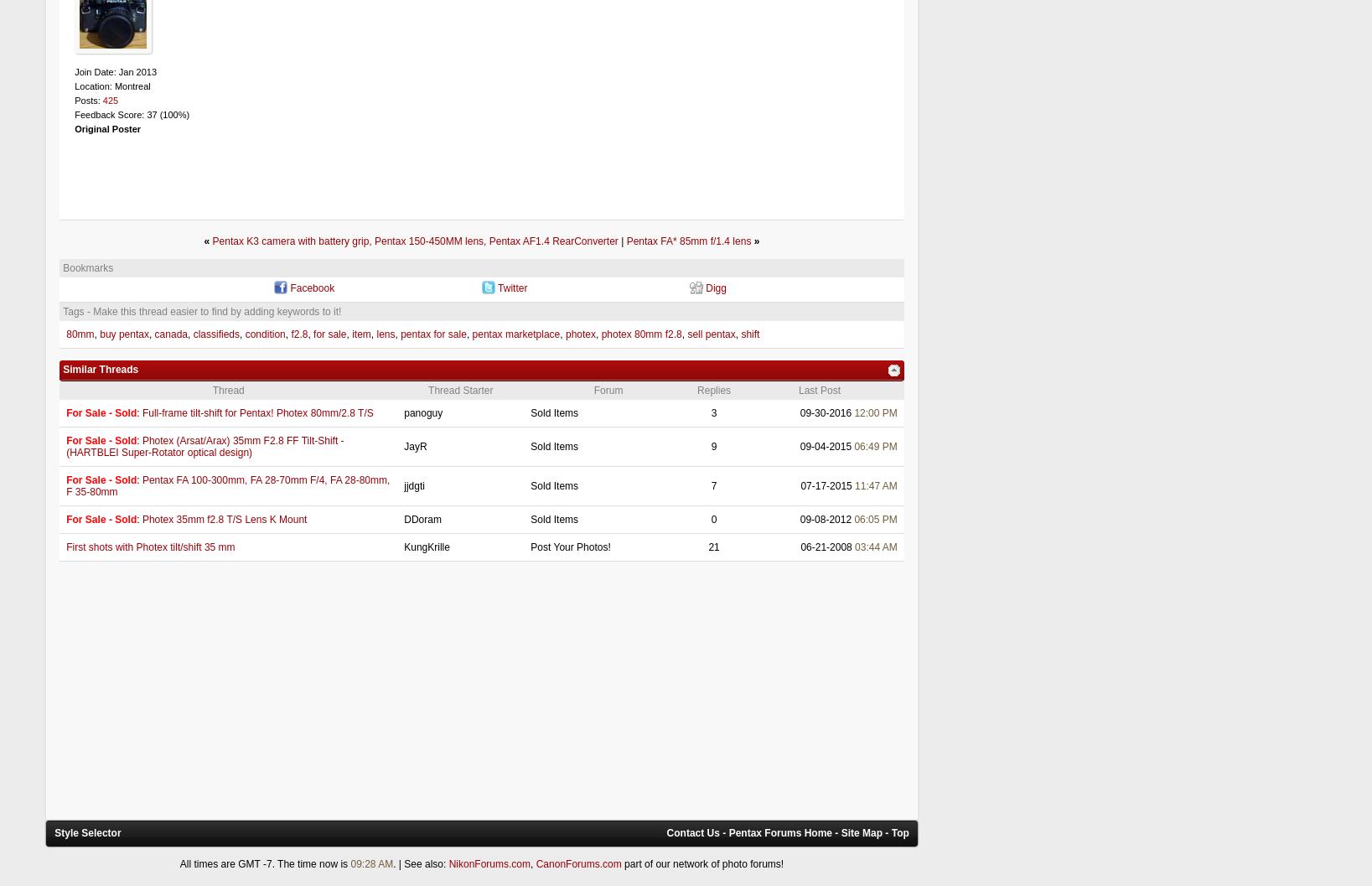  I want to click on 'Bookmarks', so click(87, 267).